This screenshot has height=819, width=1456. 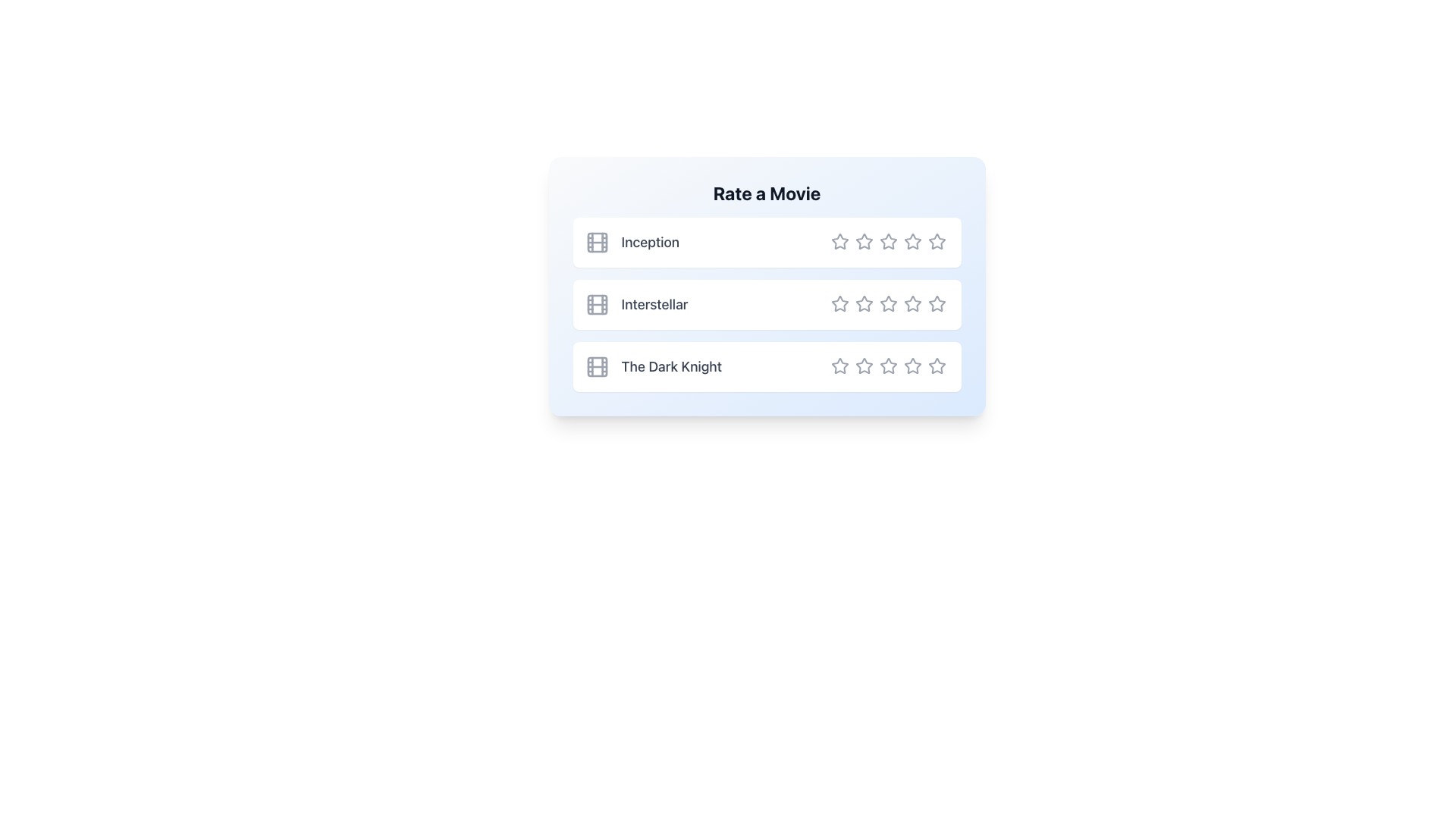 I want to click on the third gray-colored hollow star icon in the star rating system for the 'Inception' movie entry, so click(x=888, y=241).